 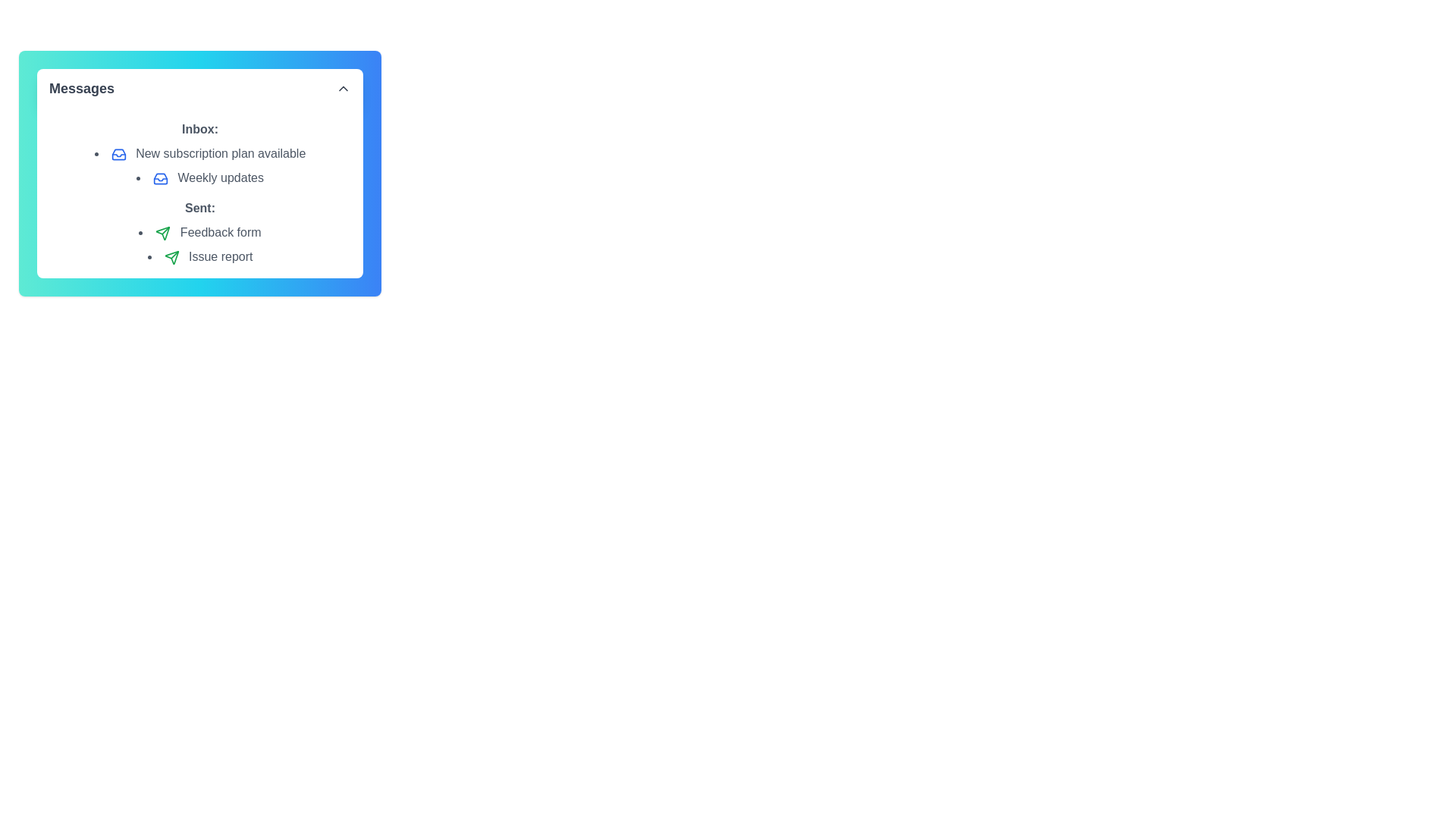 What do you see at coordinates (171, 256) in the screenshot?
I see `the decorative SVG element representing the 'Sent' items section, located just before the 'Feedback form' list item` at bounding box center [171, 256].